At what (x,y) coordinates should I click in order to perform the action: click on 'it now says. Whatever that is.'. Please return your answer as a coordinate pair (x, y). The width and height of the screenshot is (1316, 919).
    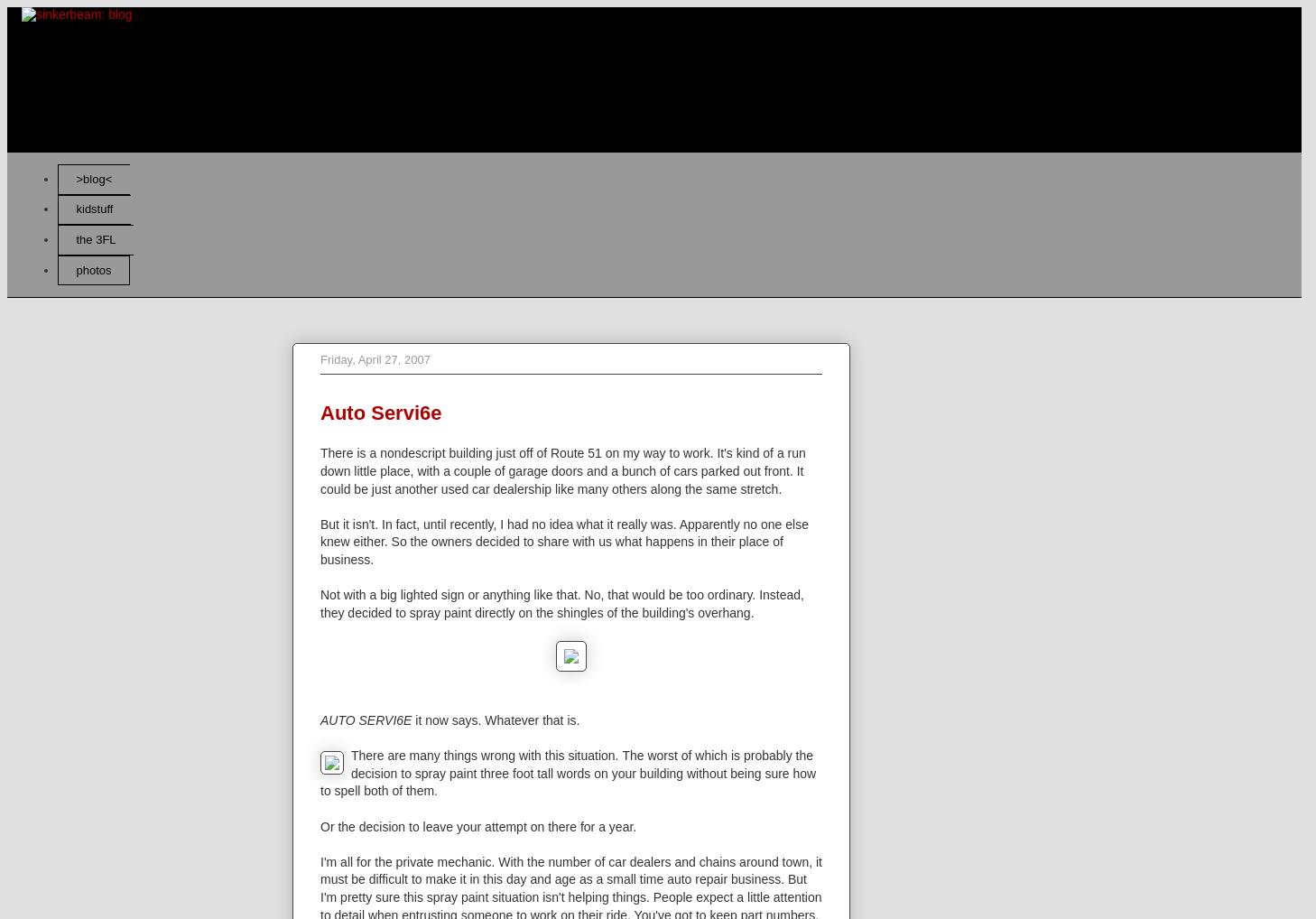
    Looking at the image, I should click on (495, 720).